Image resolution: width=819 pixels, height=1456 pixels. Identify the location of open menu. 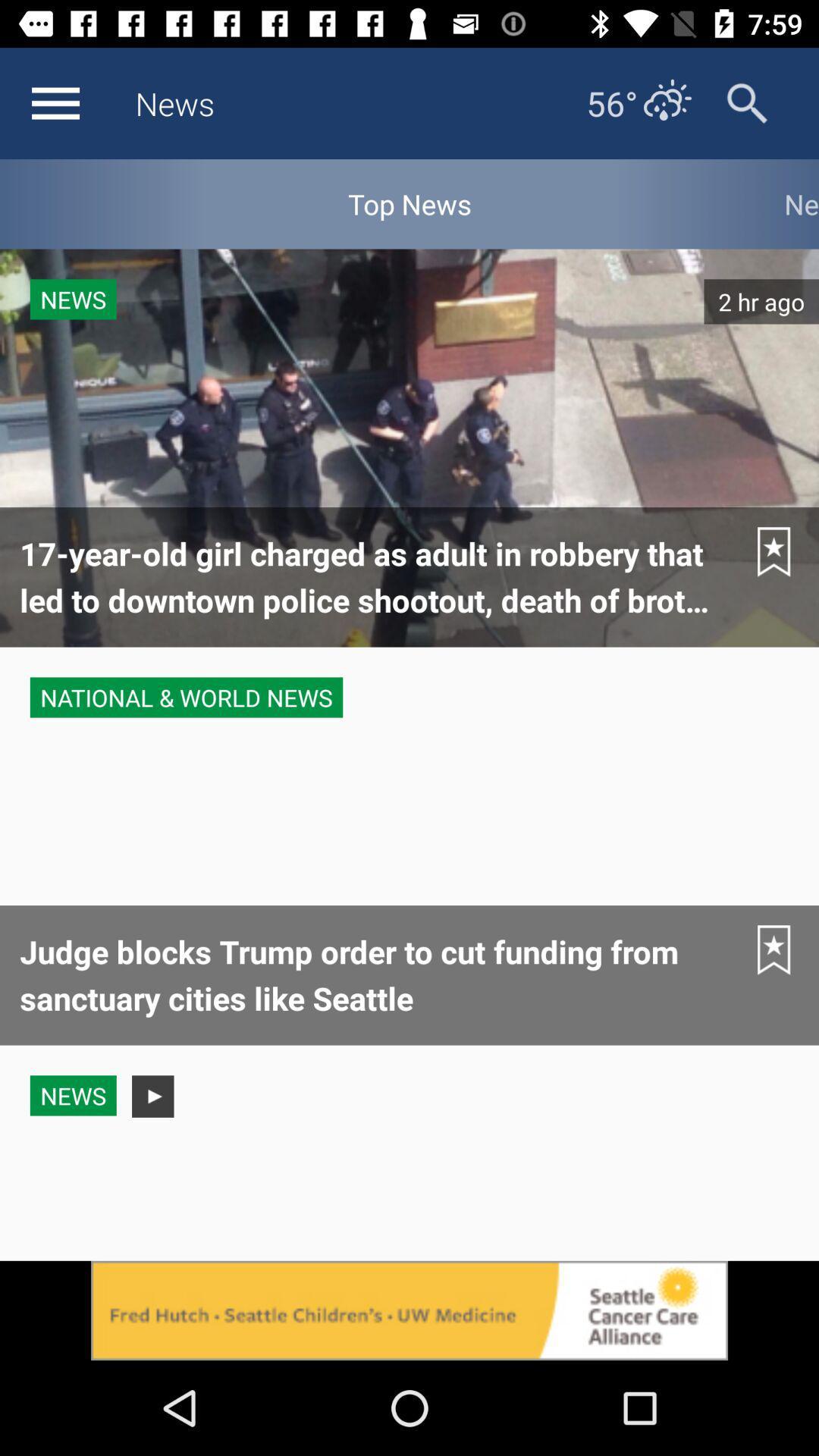
(55, 102).